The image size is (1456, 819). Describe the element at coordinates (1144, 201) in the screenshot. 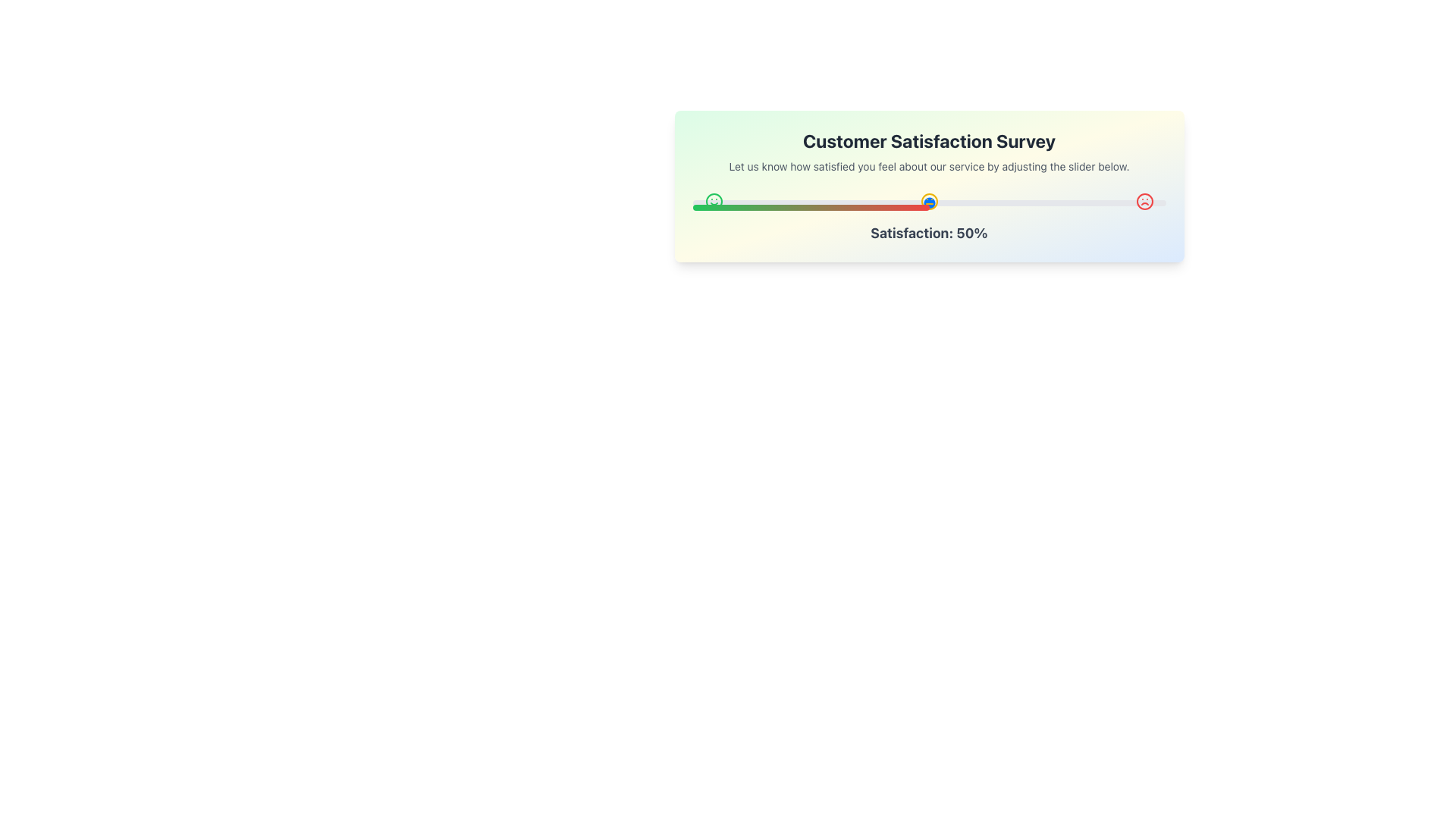

I see `red frowning face icon located at the far right end of a row of three icons, which indicates negative feedback or dissatisfaction` at that location.